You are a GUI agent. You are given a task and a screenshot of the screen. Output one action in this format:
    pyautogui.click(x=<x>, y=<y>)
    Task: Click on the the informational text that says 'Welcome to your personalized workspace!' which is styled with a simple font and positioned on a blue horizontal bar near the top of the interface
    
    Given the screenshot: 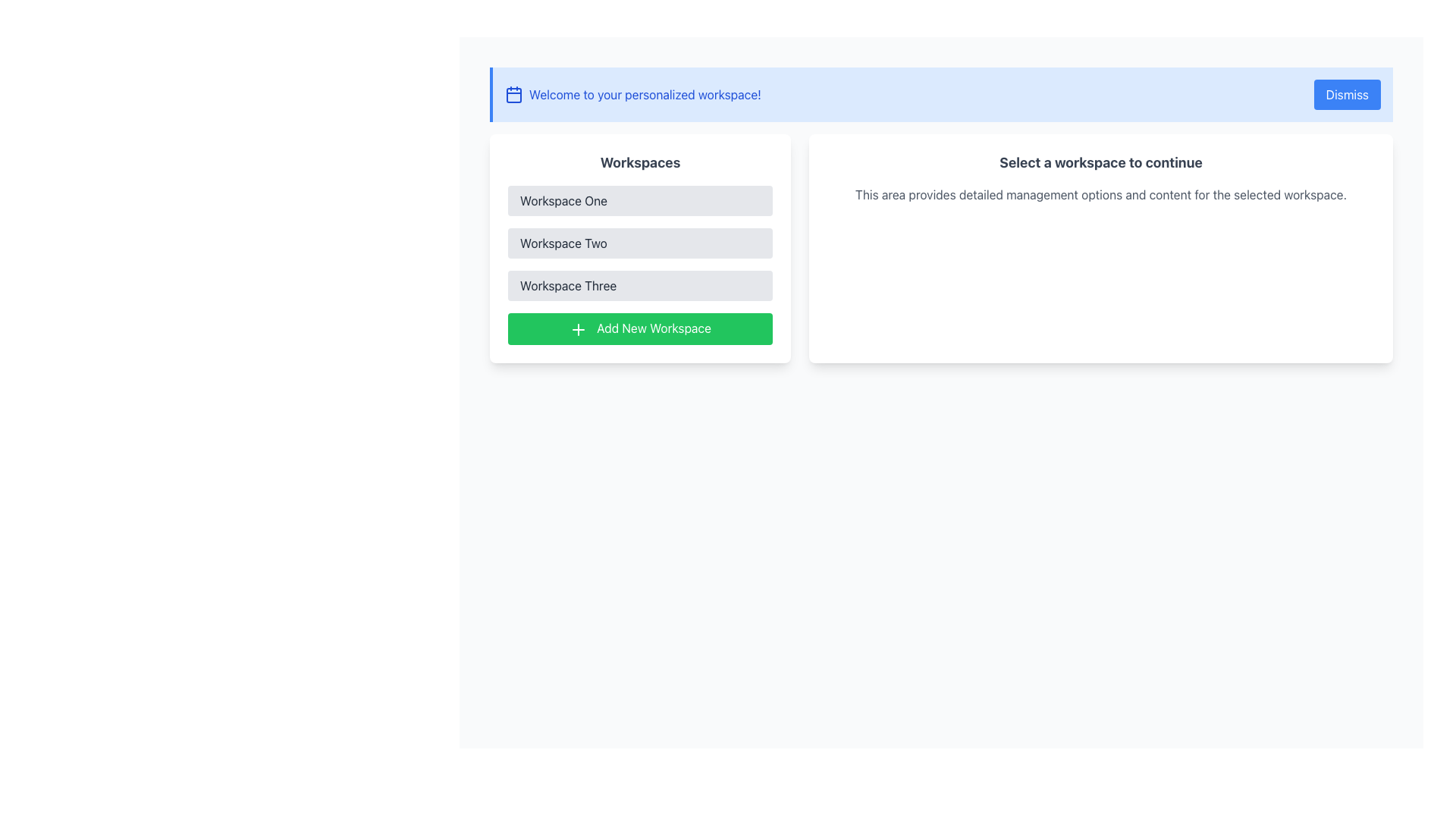 What is the action you would take?
    pyautogui.click(x=645, y=94)
    